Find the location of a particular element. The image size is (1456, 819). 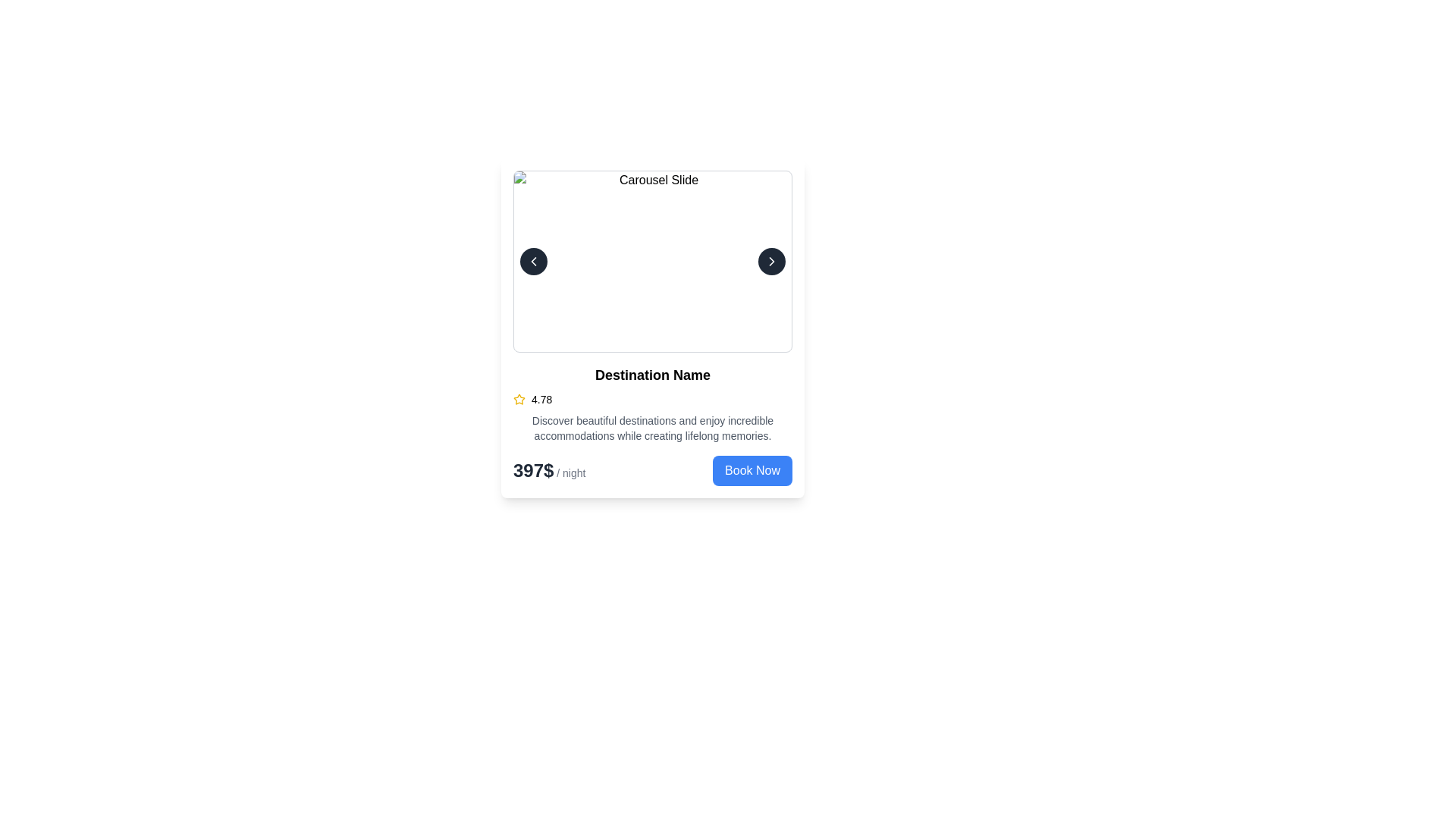

the block of text styled in a small, grey font that reads 'Discover beautiful destinations and enjoy incredible accommodations while creating lifelong memories.' It is located below the rating section and above the pricing details in the card layout is located at coordinates (652, 428).